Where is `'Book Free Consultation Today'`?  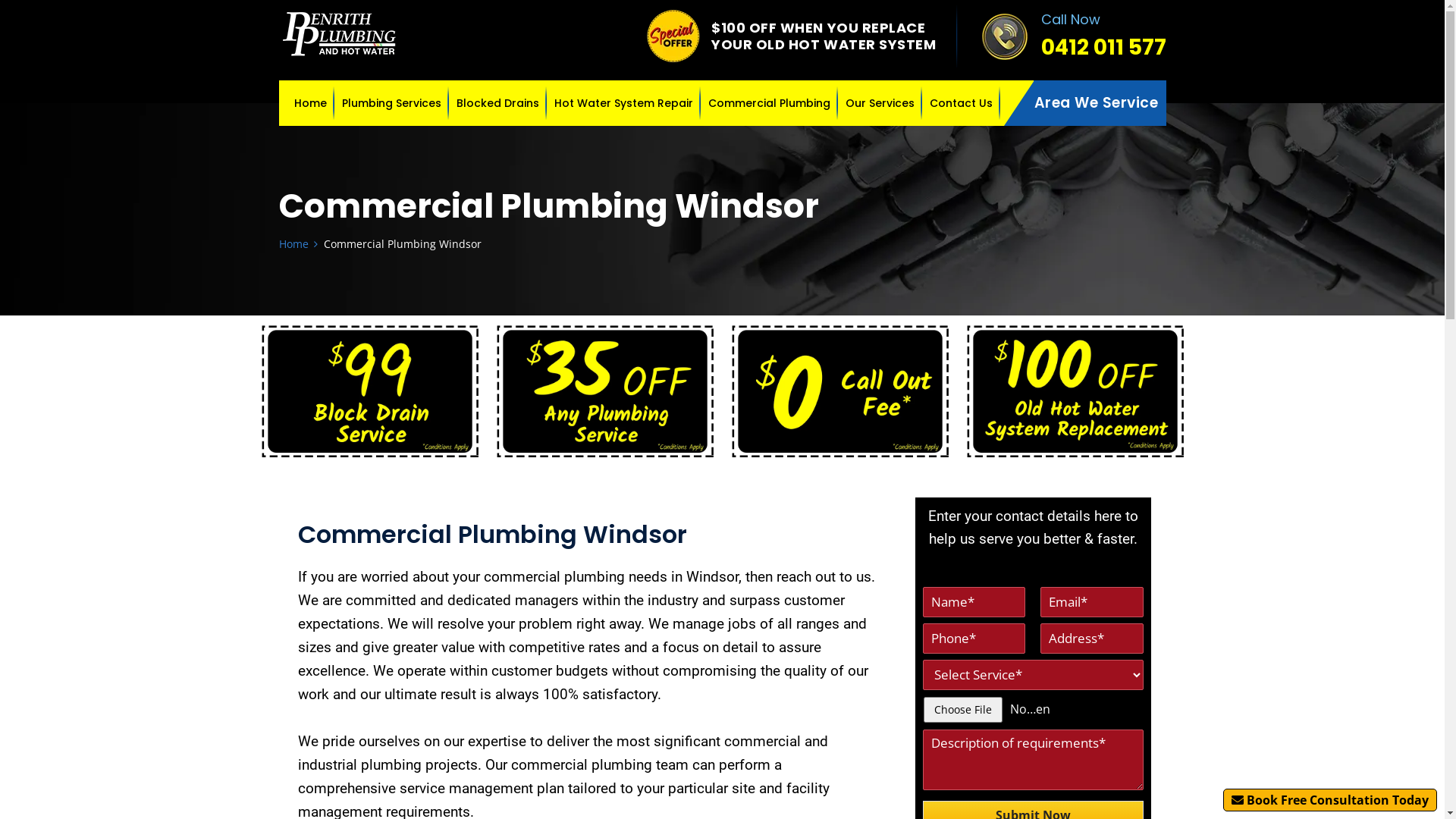
'Book Free Consultation Today' is located at coordinates (1329, 799).